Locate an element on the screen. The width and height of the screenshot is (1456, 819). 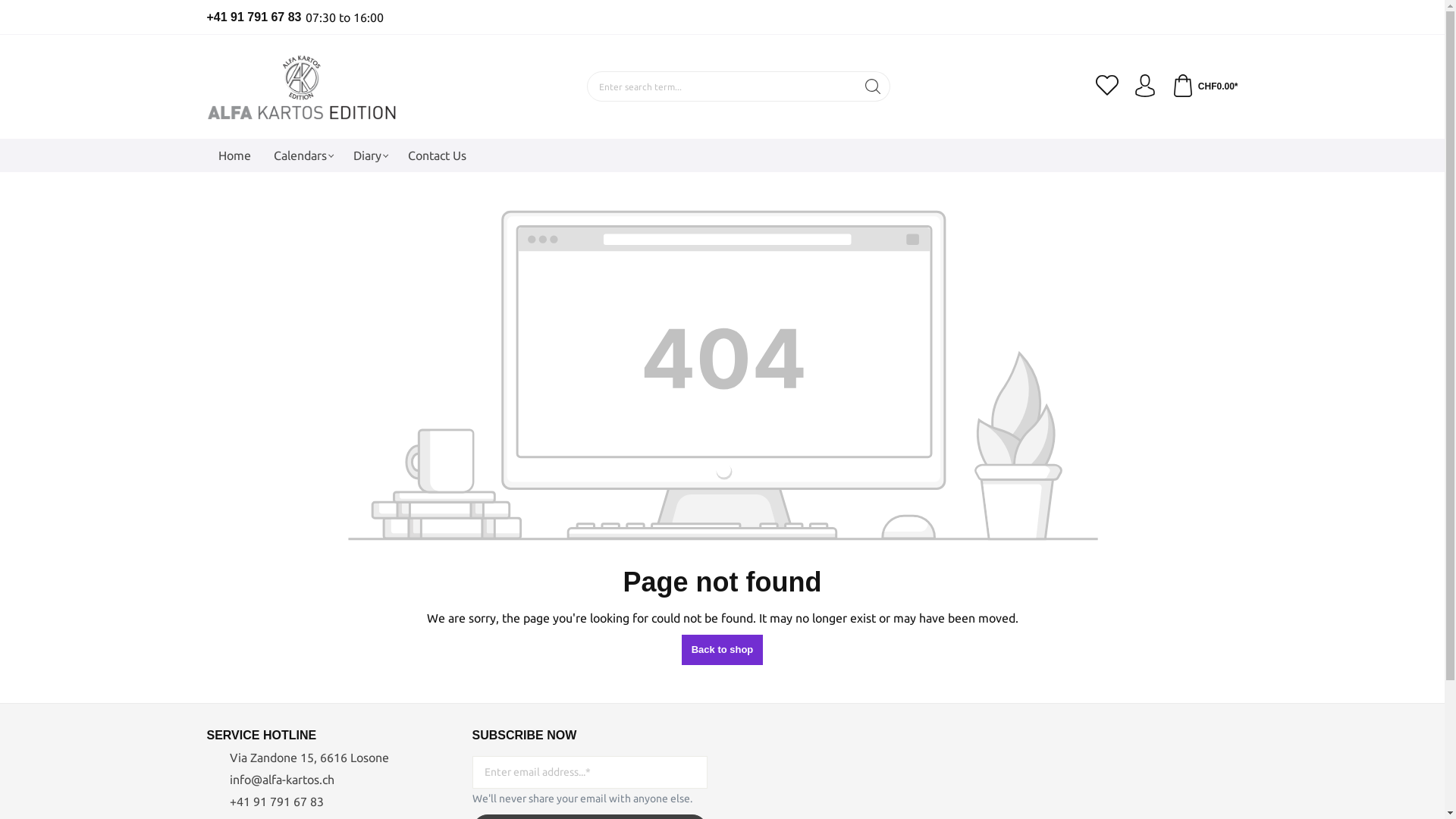
'Calendars' is located at coordinates (302, 155).